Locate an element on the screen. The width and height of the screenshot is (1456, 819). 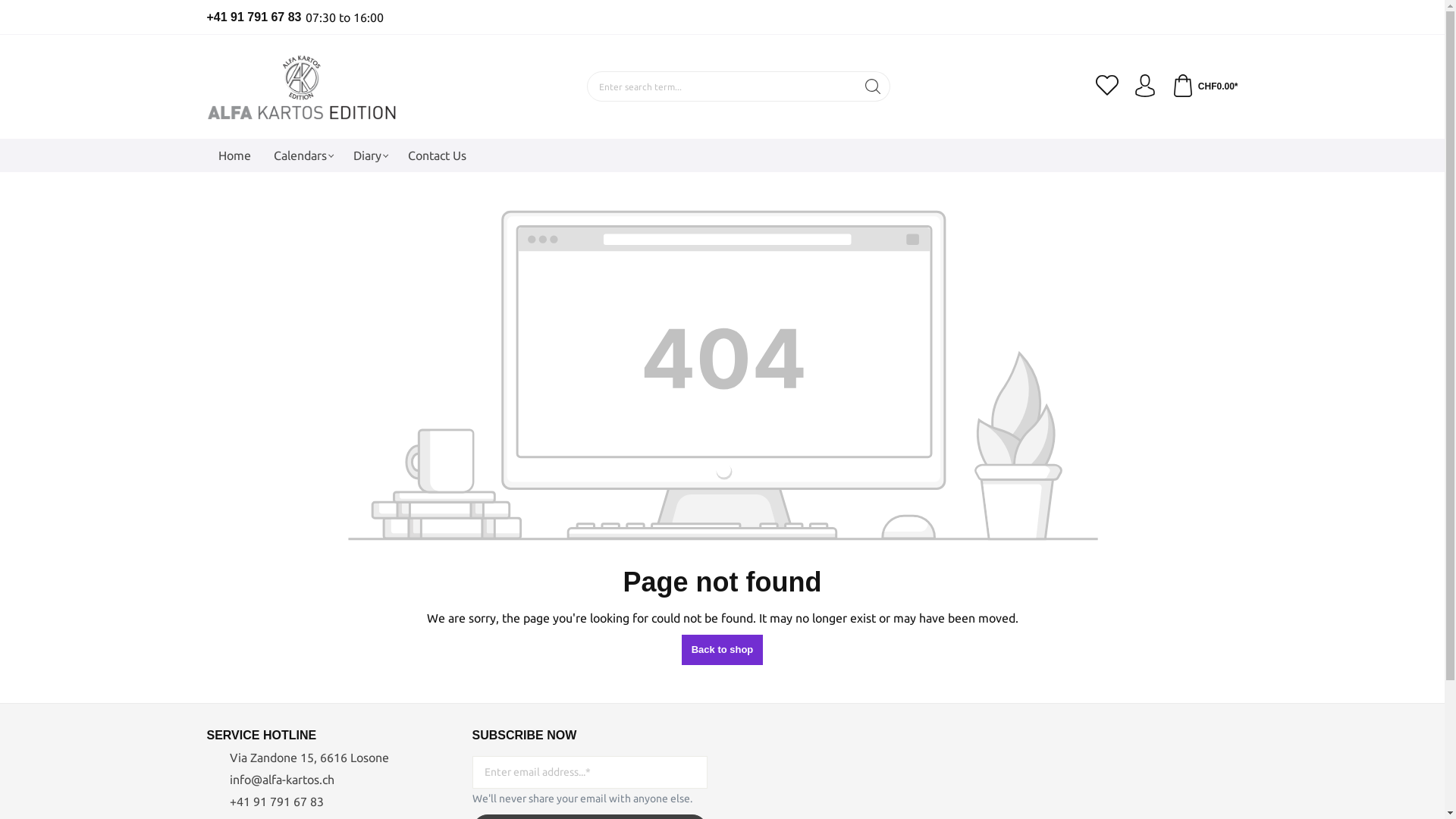
'Calendars' is located at coordinates (302, 155).